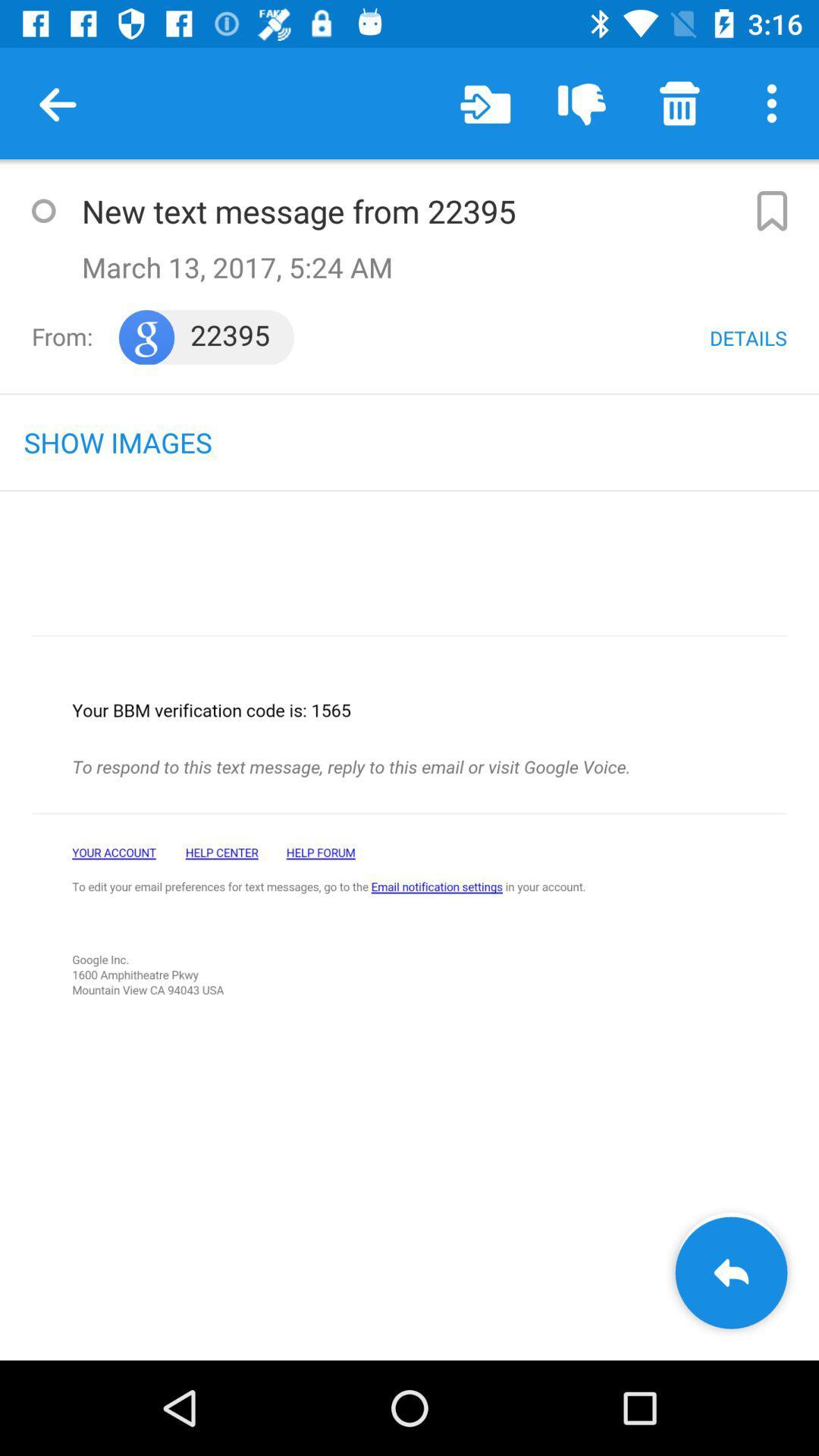  I want to click on button, so click(42, 210).